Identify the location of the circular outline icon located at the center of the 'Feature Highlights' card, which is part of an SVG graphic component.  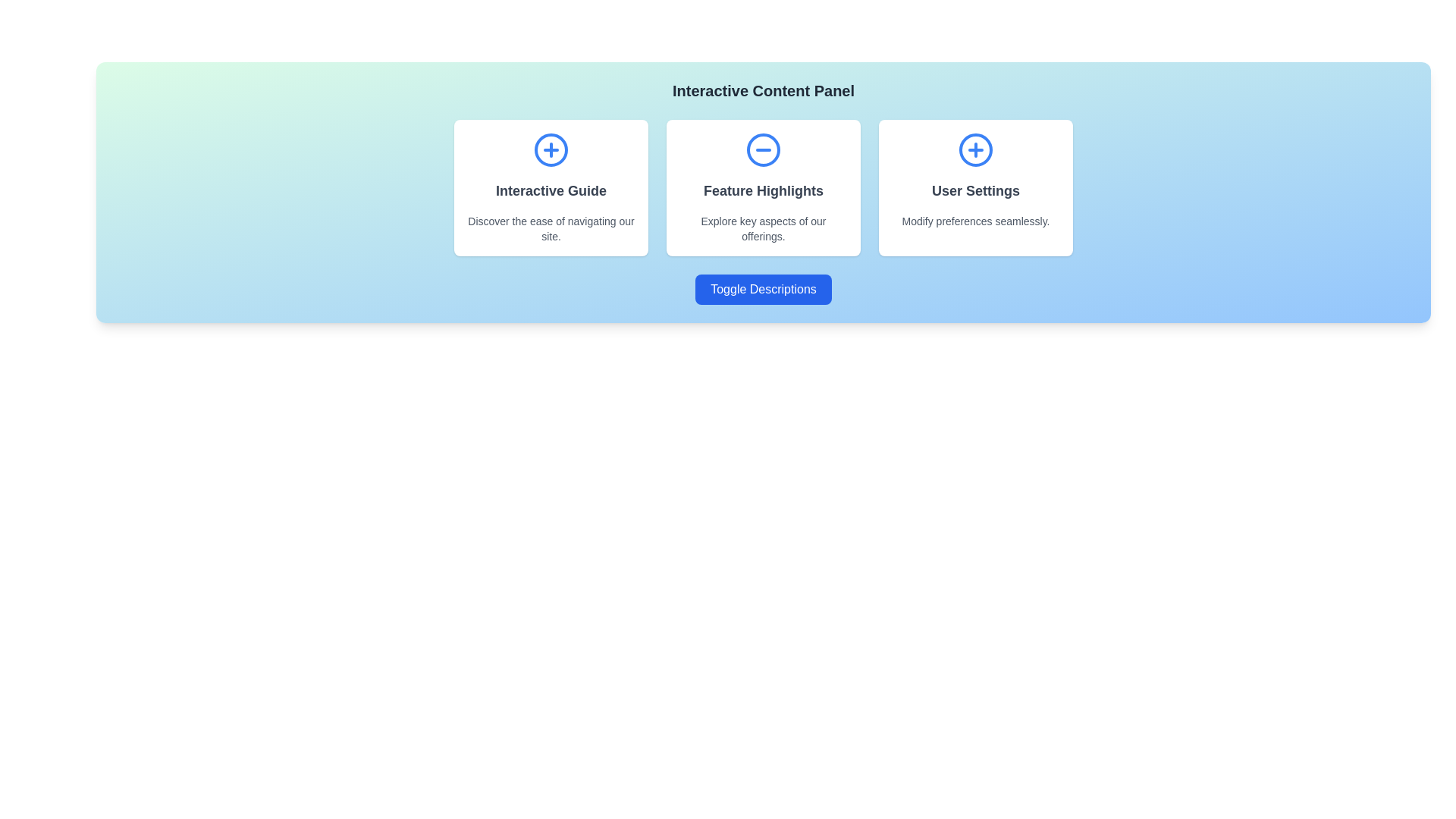
(764, 149).